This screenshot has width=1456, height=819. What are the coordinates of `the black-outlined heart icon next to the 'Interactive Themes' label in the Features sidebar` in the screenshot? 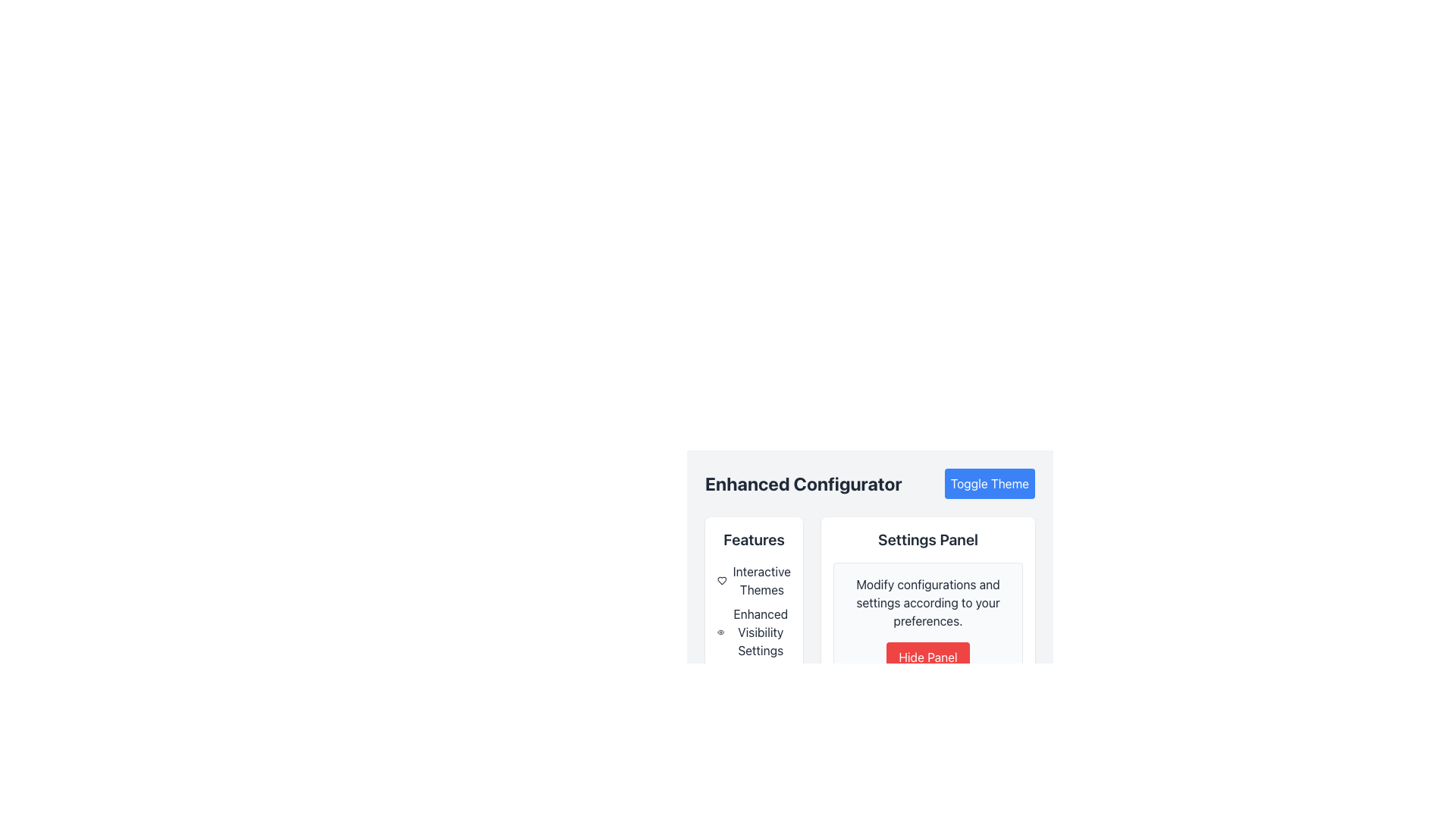 It's located at (721, 580).